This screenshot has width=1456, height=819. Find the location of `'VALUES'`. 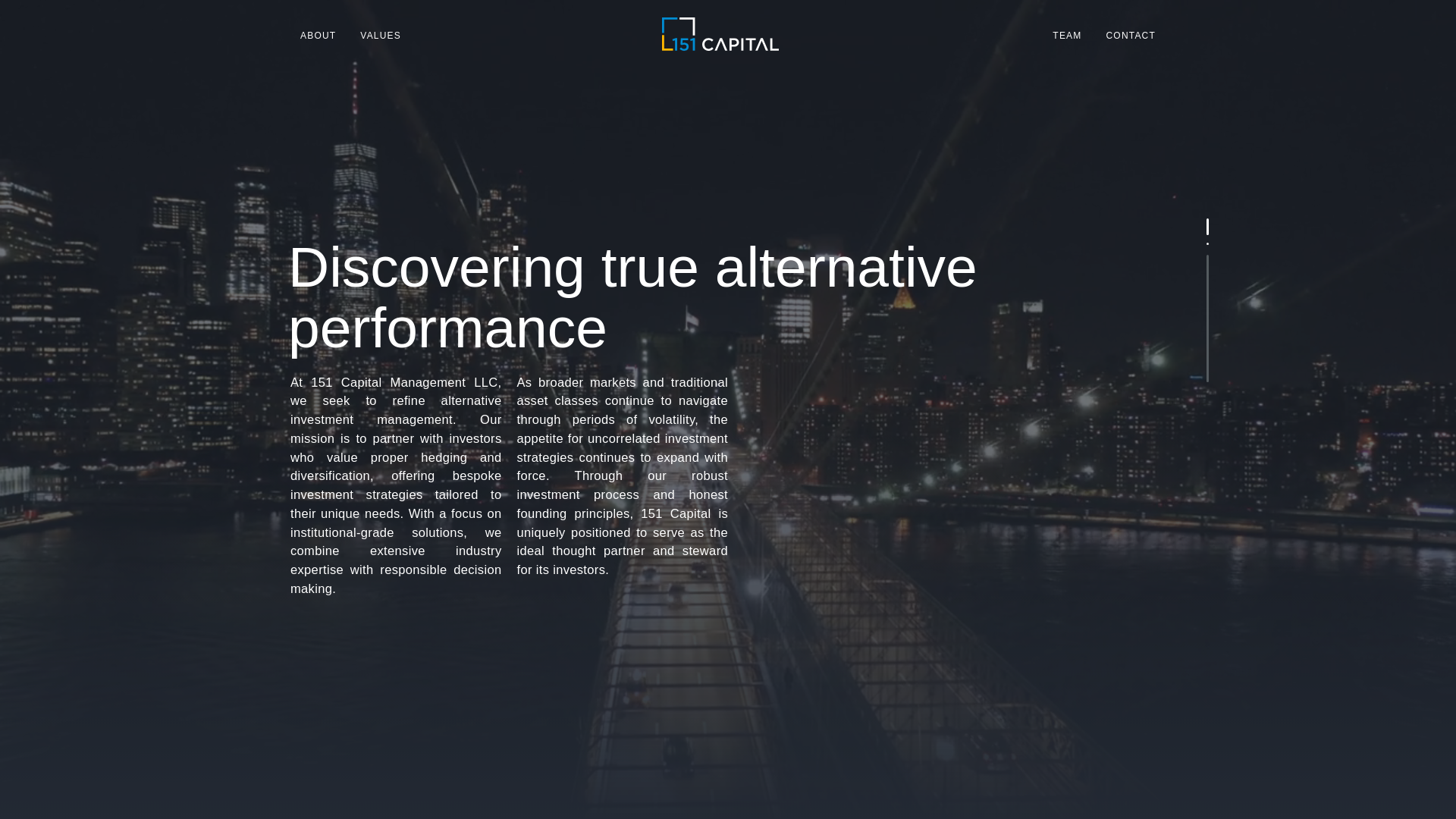

'VALUES' is located at coordinates (381, 34).